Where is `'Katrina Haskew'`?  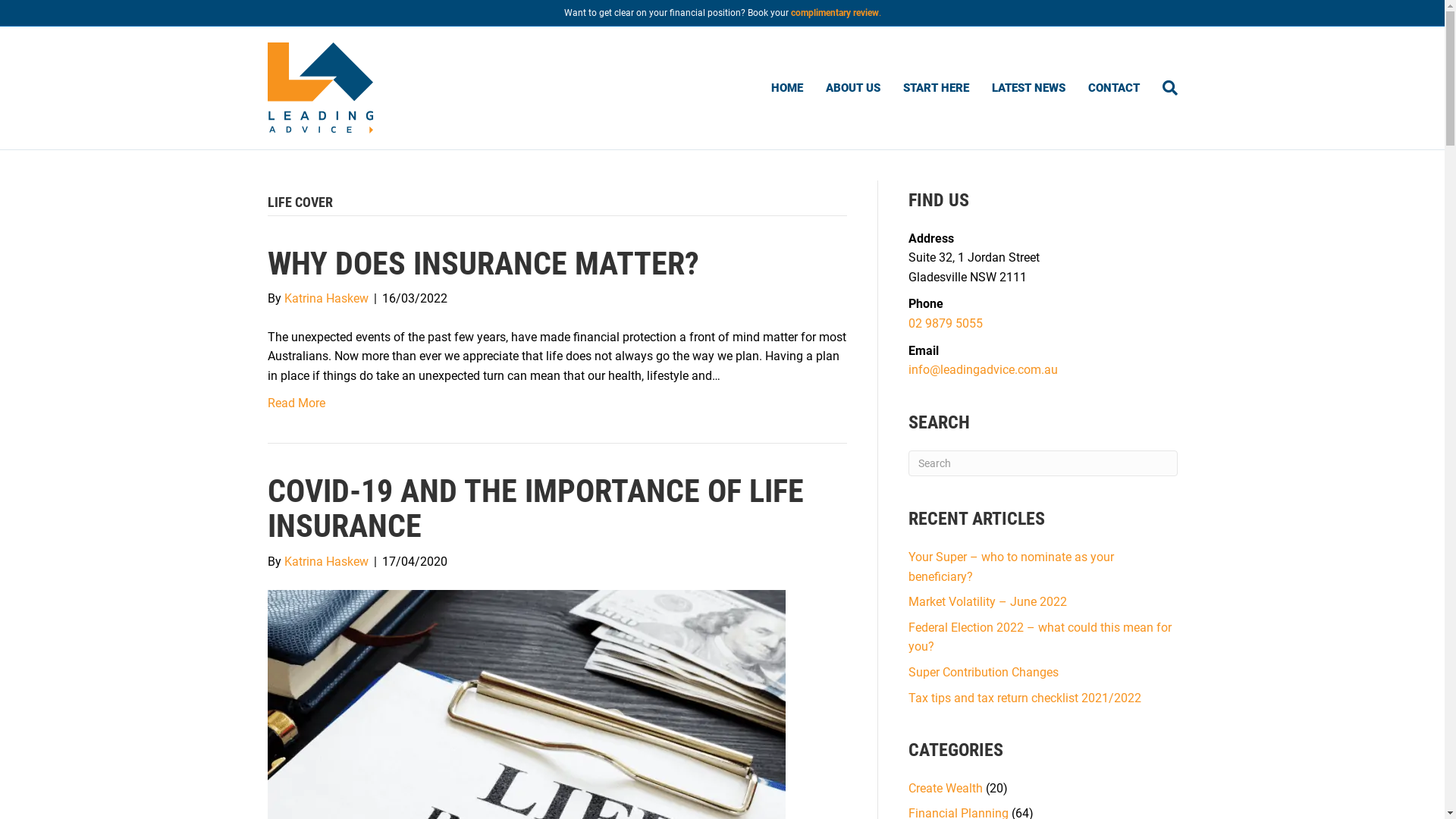 'Katrina Haskew' is located at coordinates (325, 298).